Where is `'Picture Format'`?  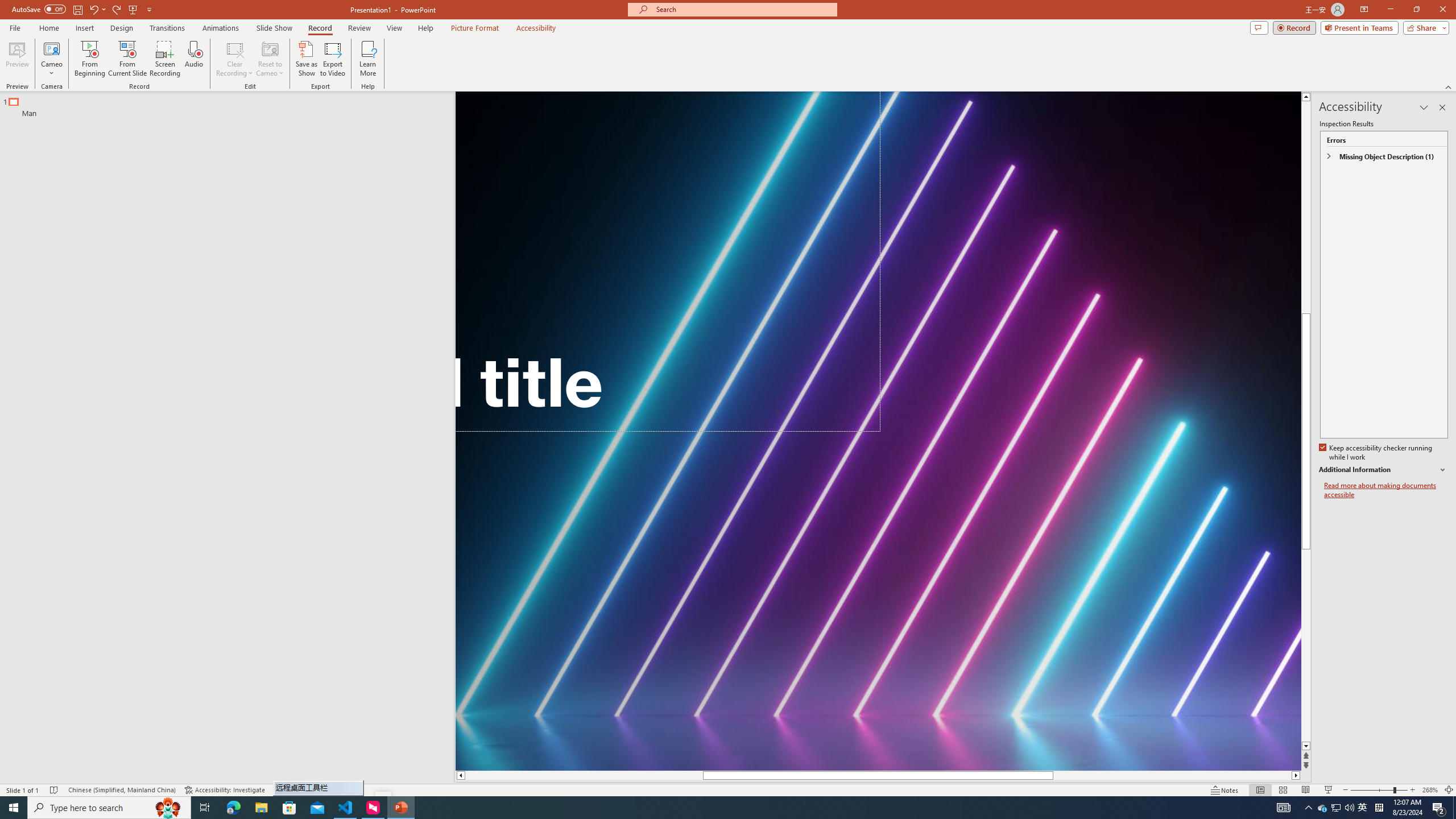
'Picture Format' is located at coordinates (475, 28).